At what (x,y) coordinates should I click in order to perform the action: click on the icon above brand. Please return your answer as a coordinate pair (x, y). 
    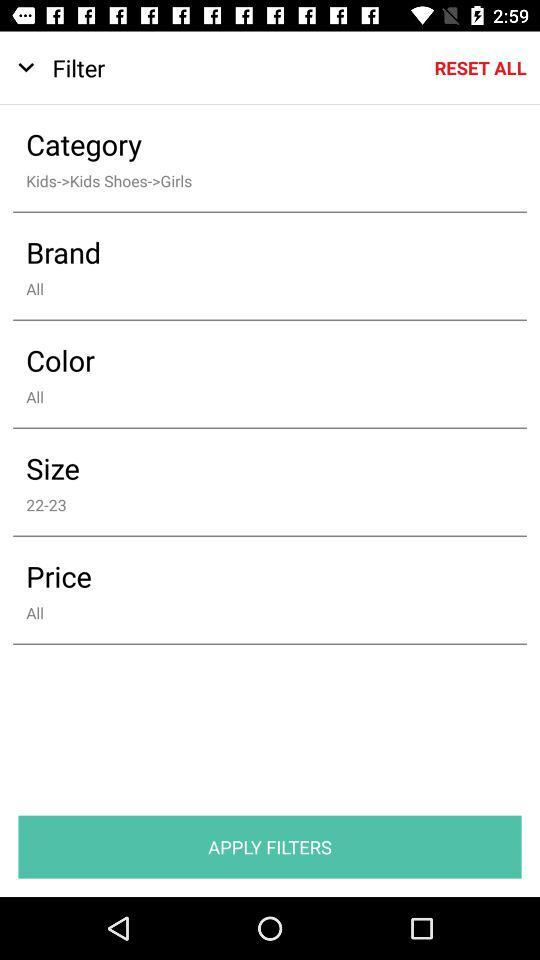
    Looking at the image, I should click on (256, 179).